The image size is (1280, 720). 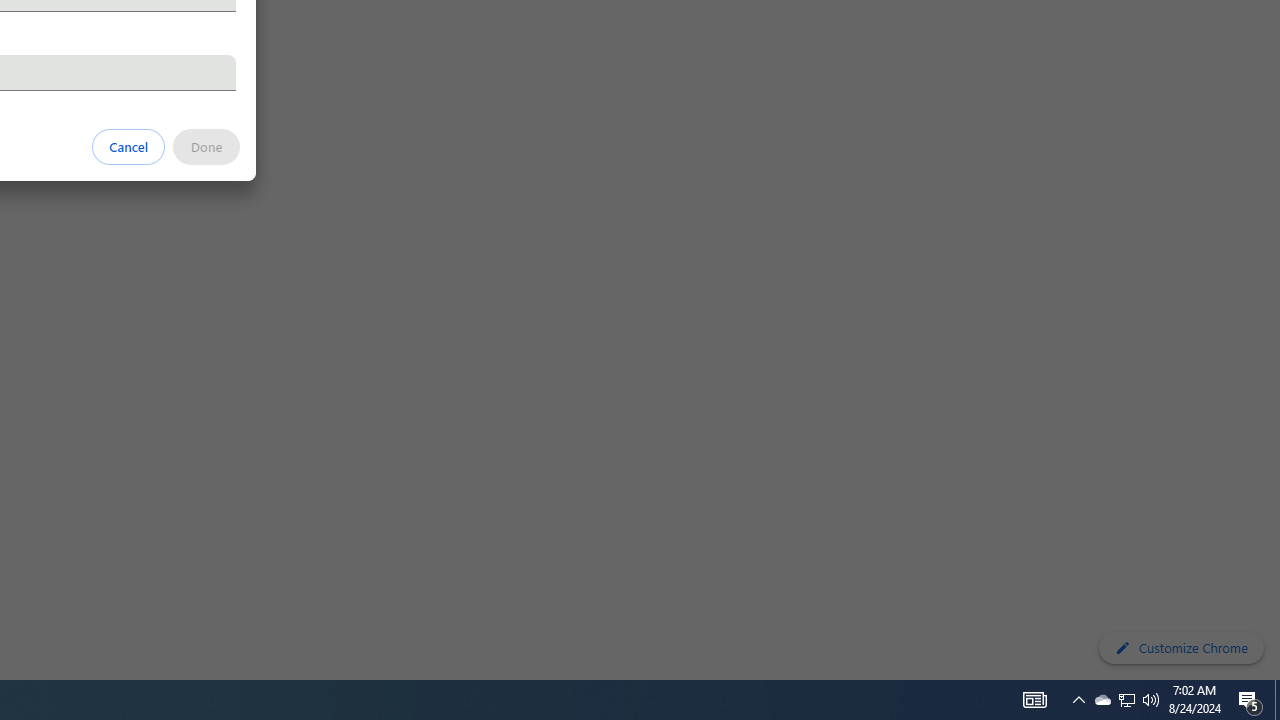 What do you see at coordinates (1276, 698) in the screenshot?
I see `'Show desktop'` at bounding box center [1276, 698].